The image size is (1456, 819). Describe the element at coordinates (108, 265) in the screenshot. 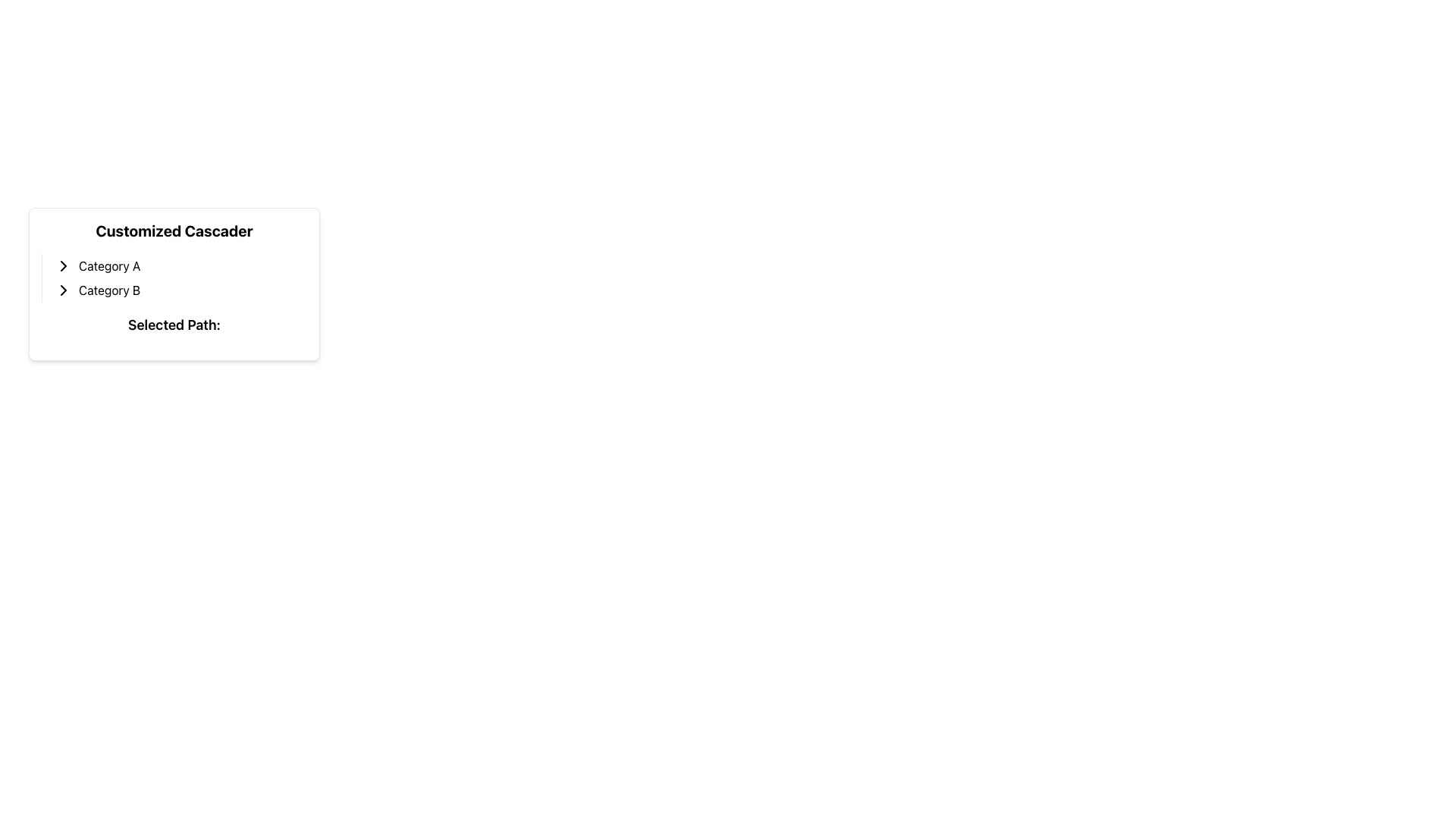

I see `the 'Category A' text label located to the right of the chevron icon in the vertical menu` at that location.